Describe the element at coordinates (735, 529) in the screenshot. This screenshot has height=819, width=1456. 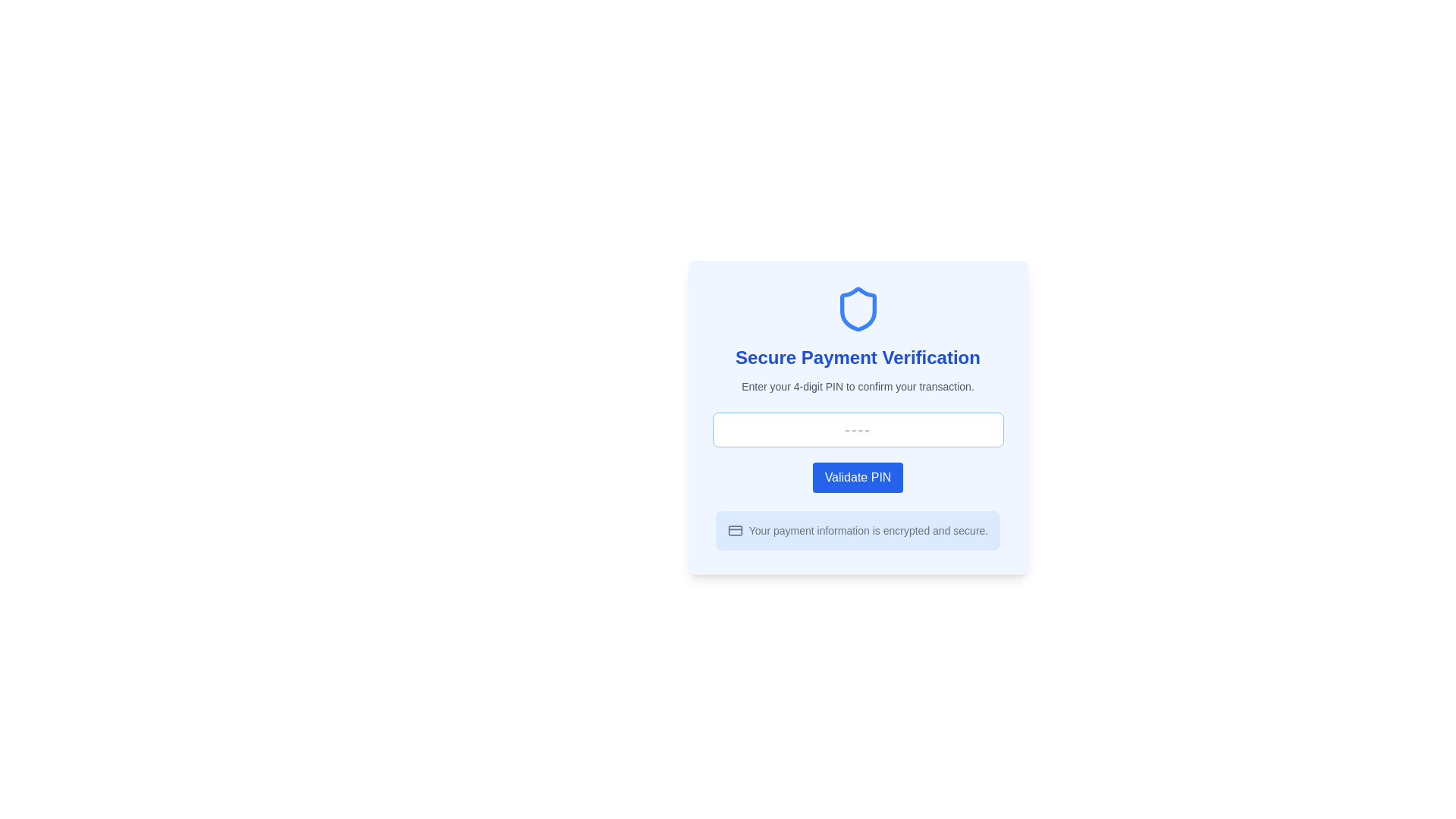
I see `the light gray or white filled rounded rectangle within the credit card icon located near the center of the icon` at that location.